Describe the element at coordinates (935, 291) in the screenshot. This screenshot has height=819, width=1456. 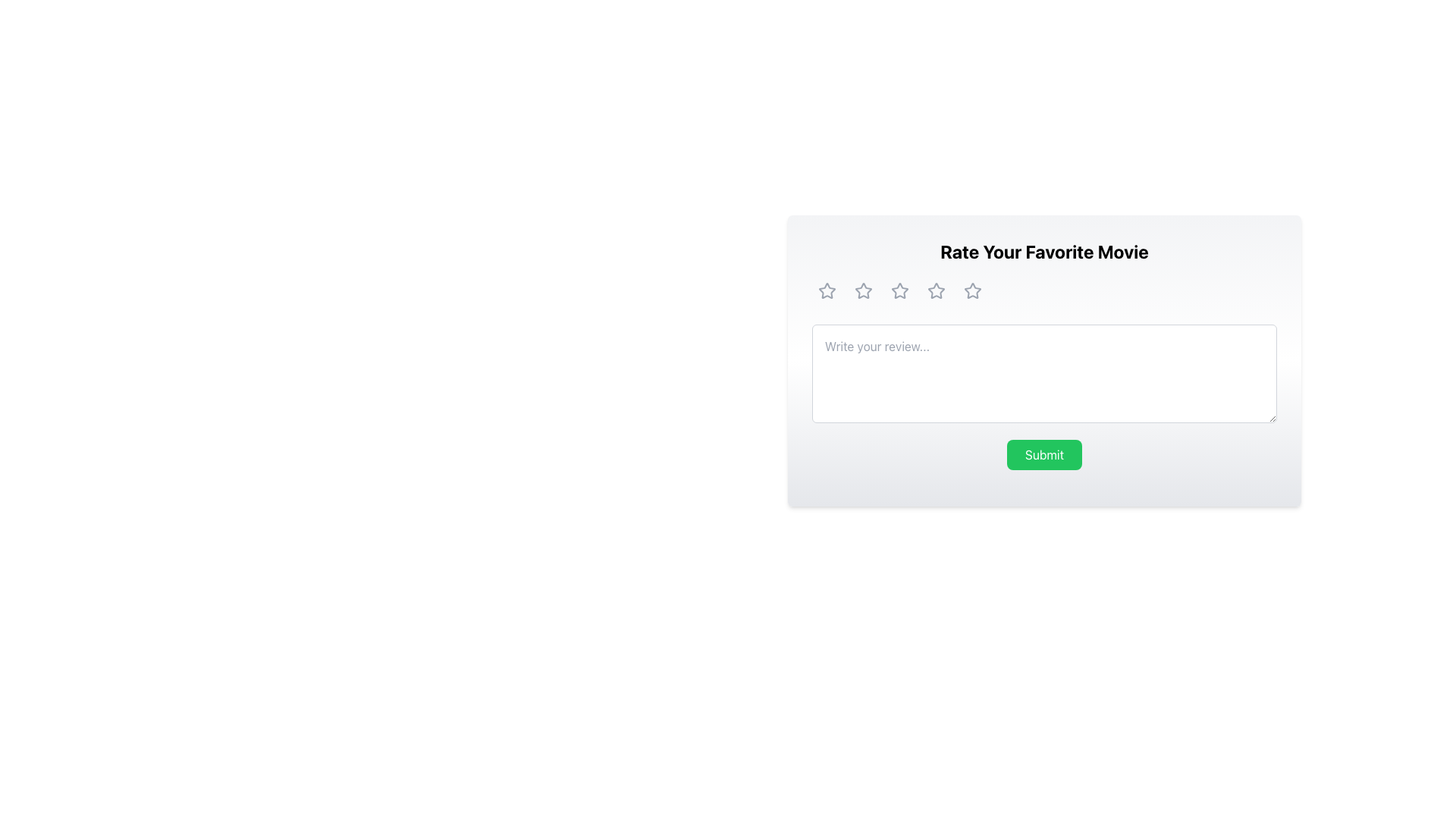
I see `the fourth star icon in the row of five rating stars` at that location.